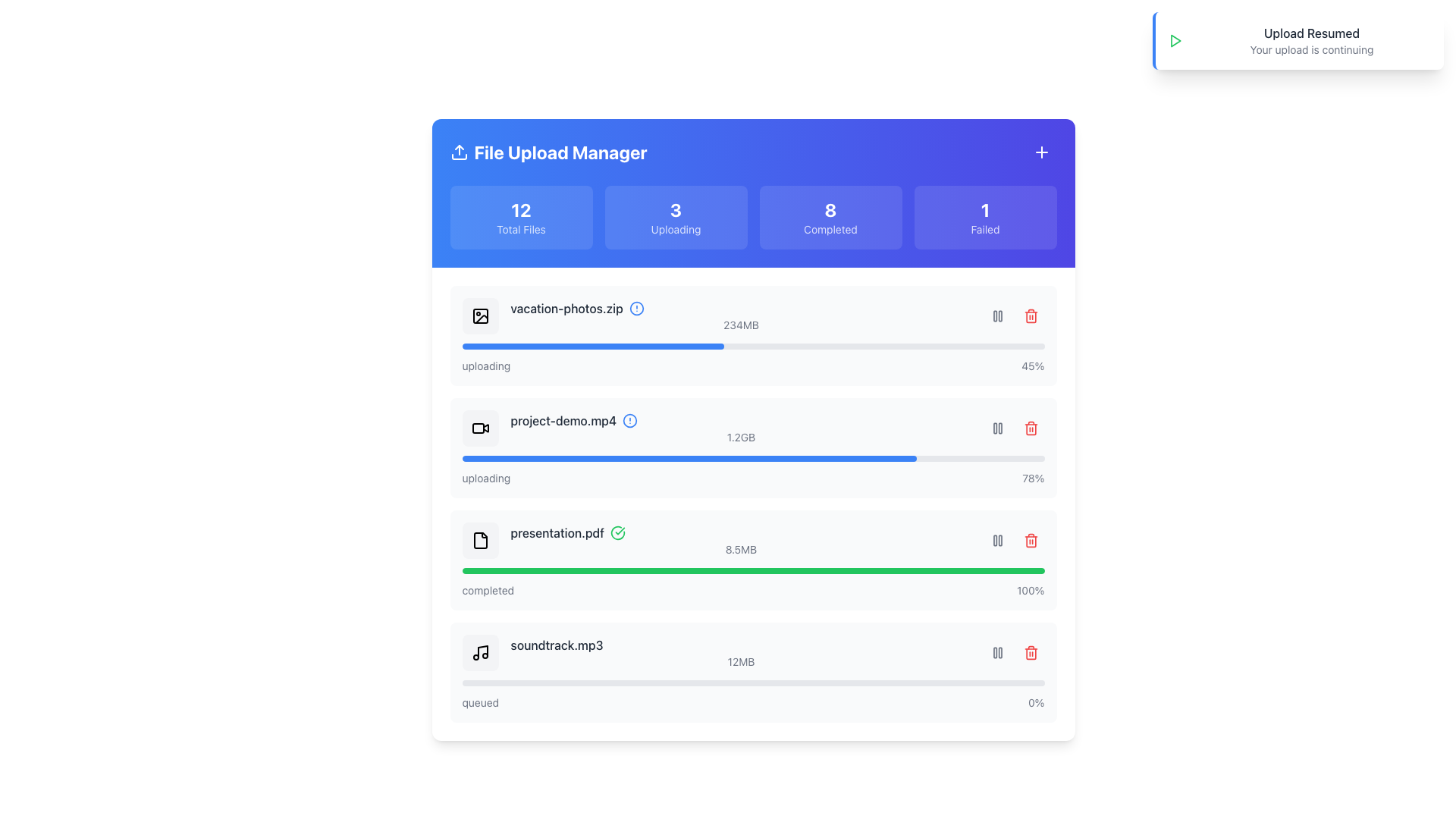 The height and width of the screenshot is (819, 1456). Describe the element at coordinates (997, 540) in the screenshot. I see `the 'Pause' button located next to the green progress bar for 'presentation.pdf' in the 'File Upload Manager' section` at that location.